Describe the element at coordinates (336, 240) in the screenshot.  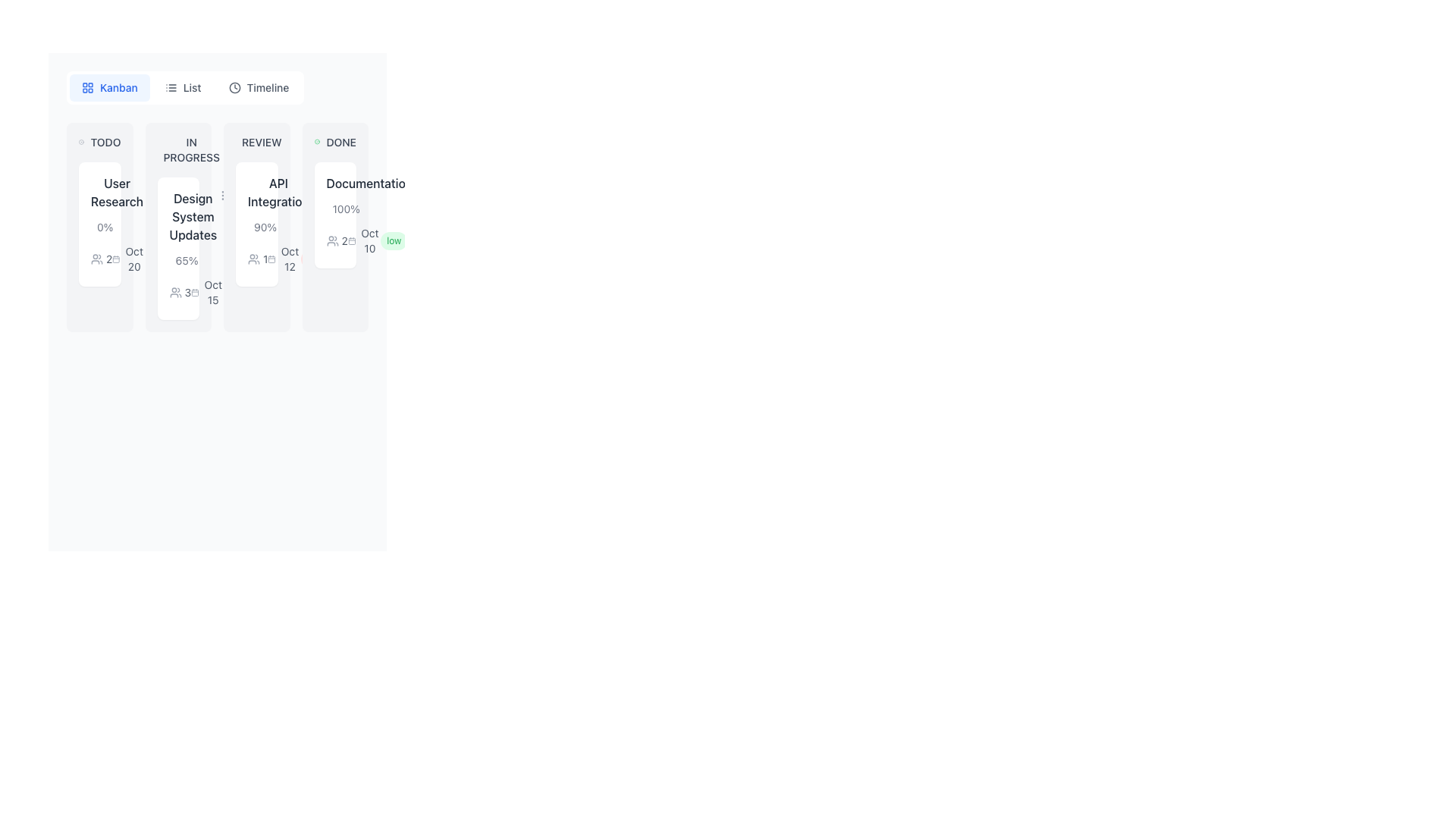
I see `the Text with icon component that features two user figures and the digit '2', located under the 'DONE' column in the Kanban-style layout` at that location.